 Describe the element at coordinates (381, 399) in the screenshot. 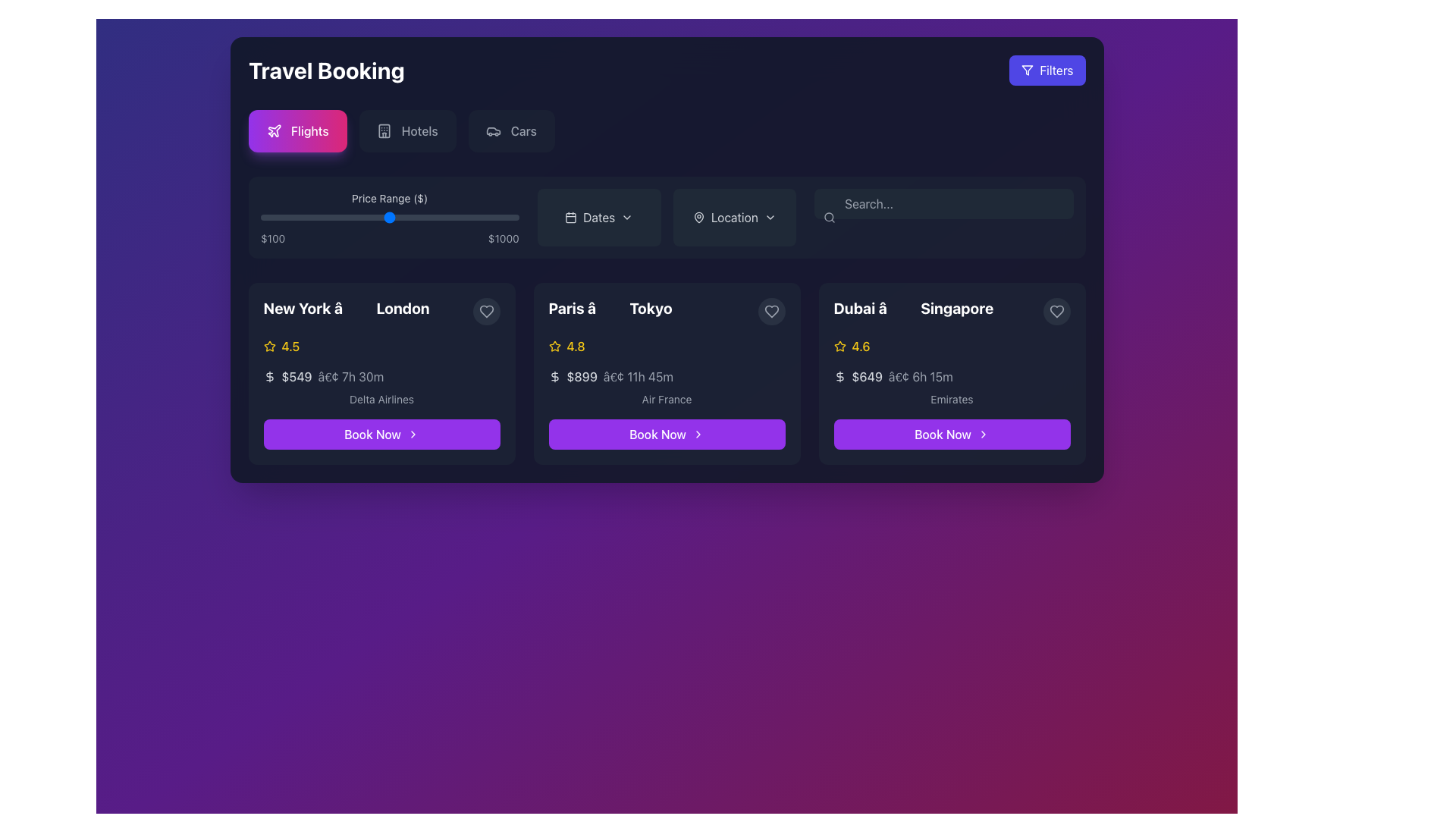

I see `the static text label displaying 'Delta Airlines' in a smaller, gray font, located below the flight price and duration details and above the 'Book Now' button` at that location.